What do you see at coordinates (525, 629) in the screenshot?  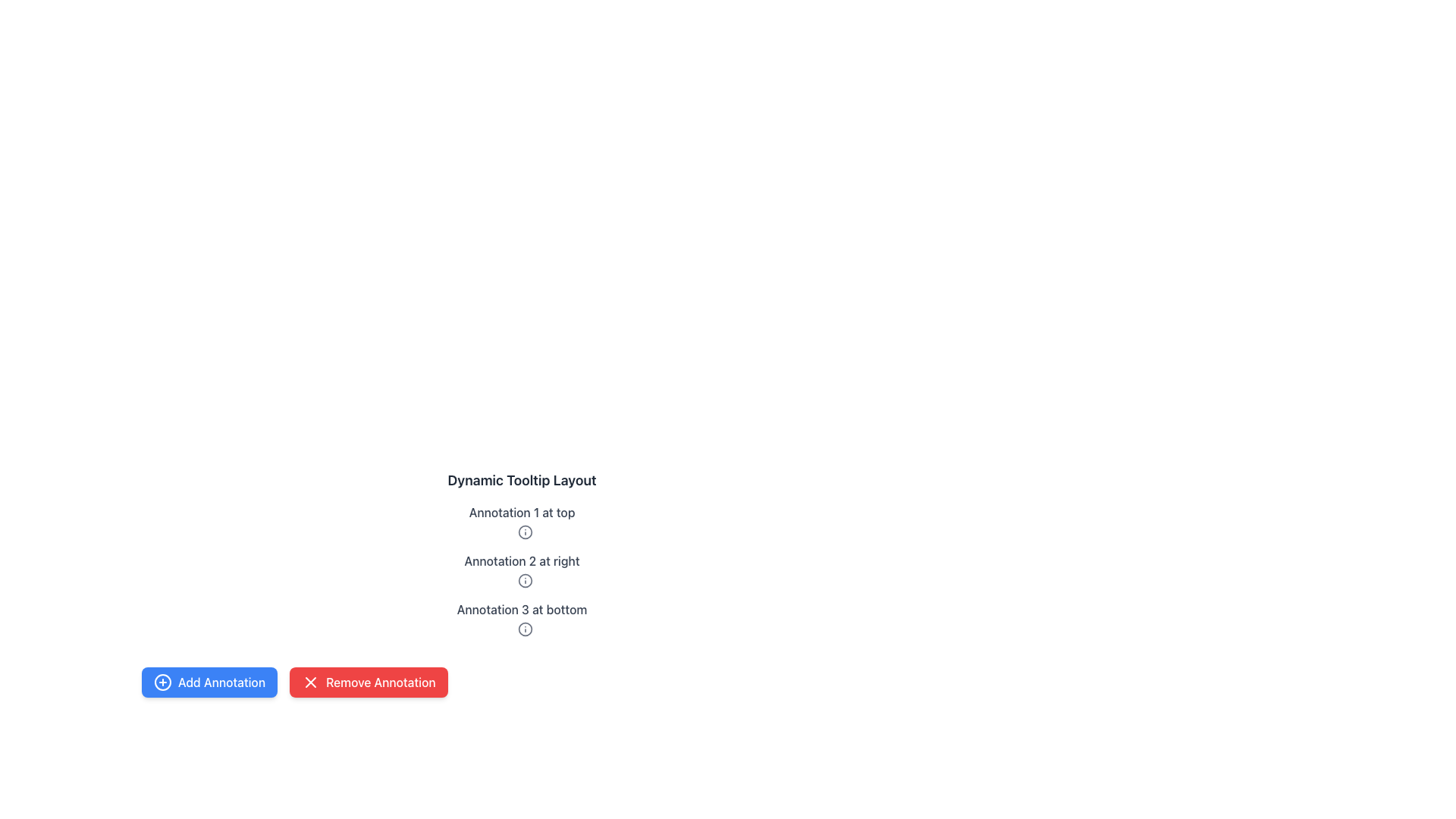 I see `the informational icon located immediately after the text 'Annotation 3 at bottom'` at bounding box center [525, 629].